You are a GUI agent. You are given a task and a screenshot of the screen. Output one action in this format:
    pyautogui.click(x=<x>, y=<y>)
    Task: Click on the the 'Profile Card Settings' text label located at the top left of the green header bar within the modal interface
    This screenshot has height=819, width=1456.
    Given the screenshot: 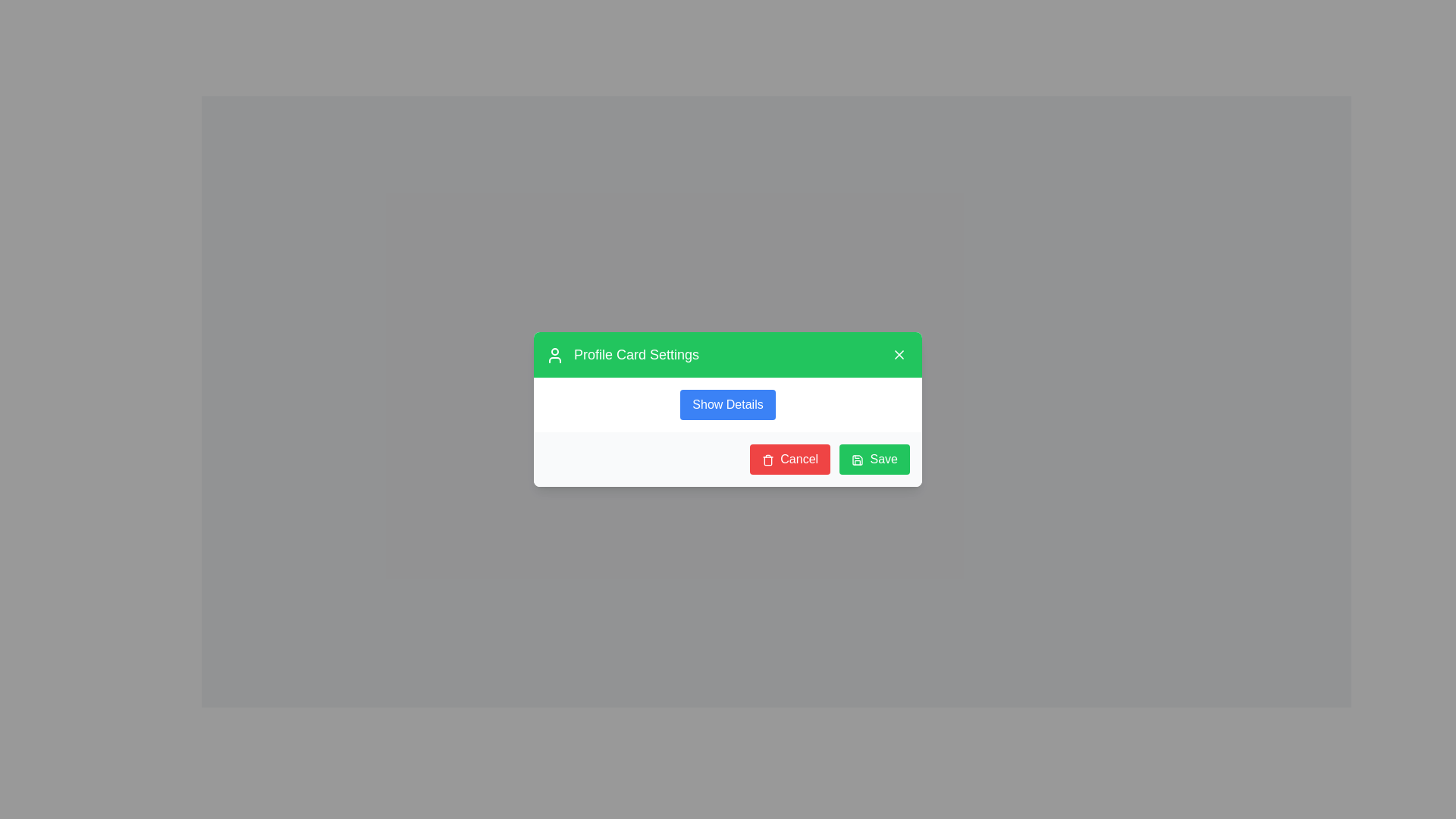 What is the action you would take?
    pyautogui.click(x=622, y=354)
    